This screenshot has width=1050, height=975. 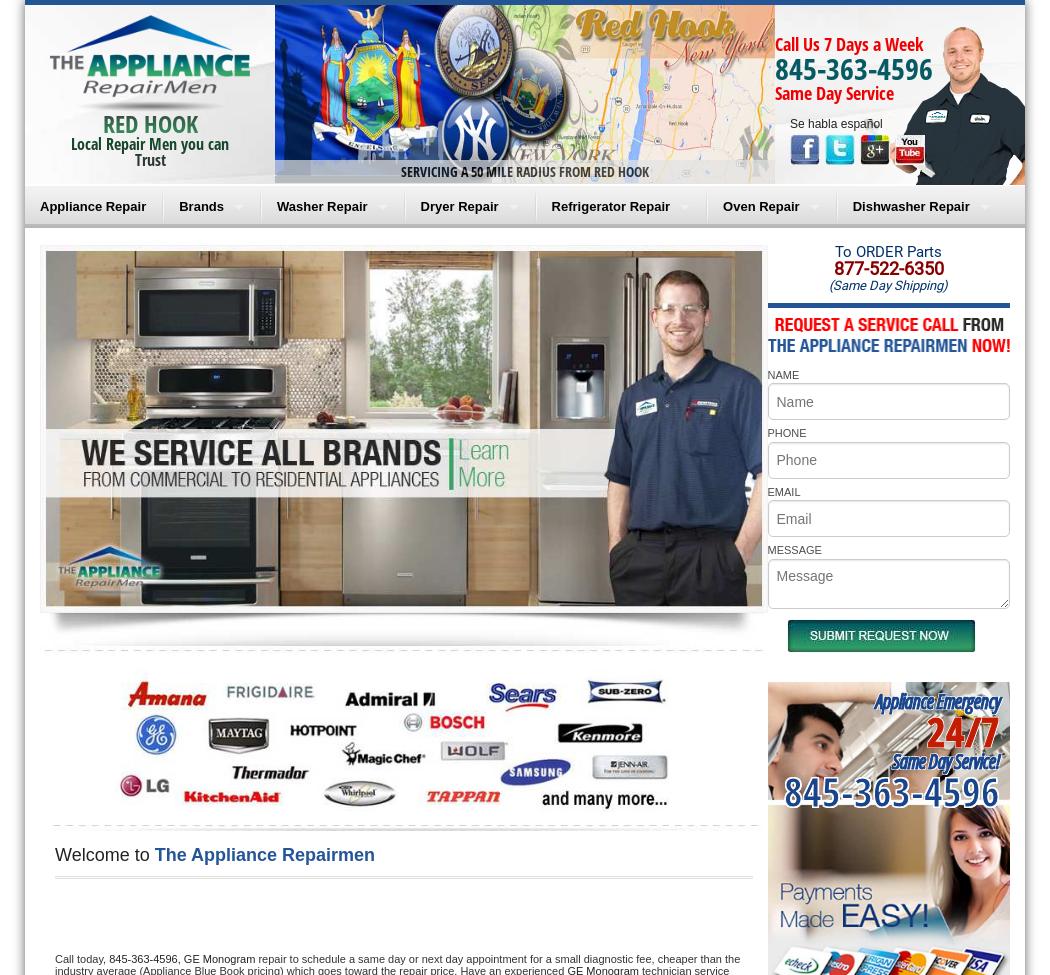 What do you see at coordinates (108, 957) in the screenshot?
I see `'845-363-4596,'` at bounding box center [108, 957].